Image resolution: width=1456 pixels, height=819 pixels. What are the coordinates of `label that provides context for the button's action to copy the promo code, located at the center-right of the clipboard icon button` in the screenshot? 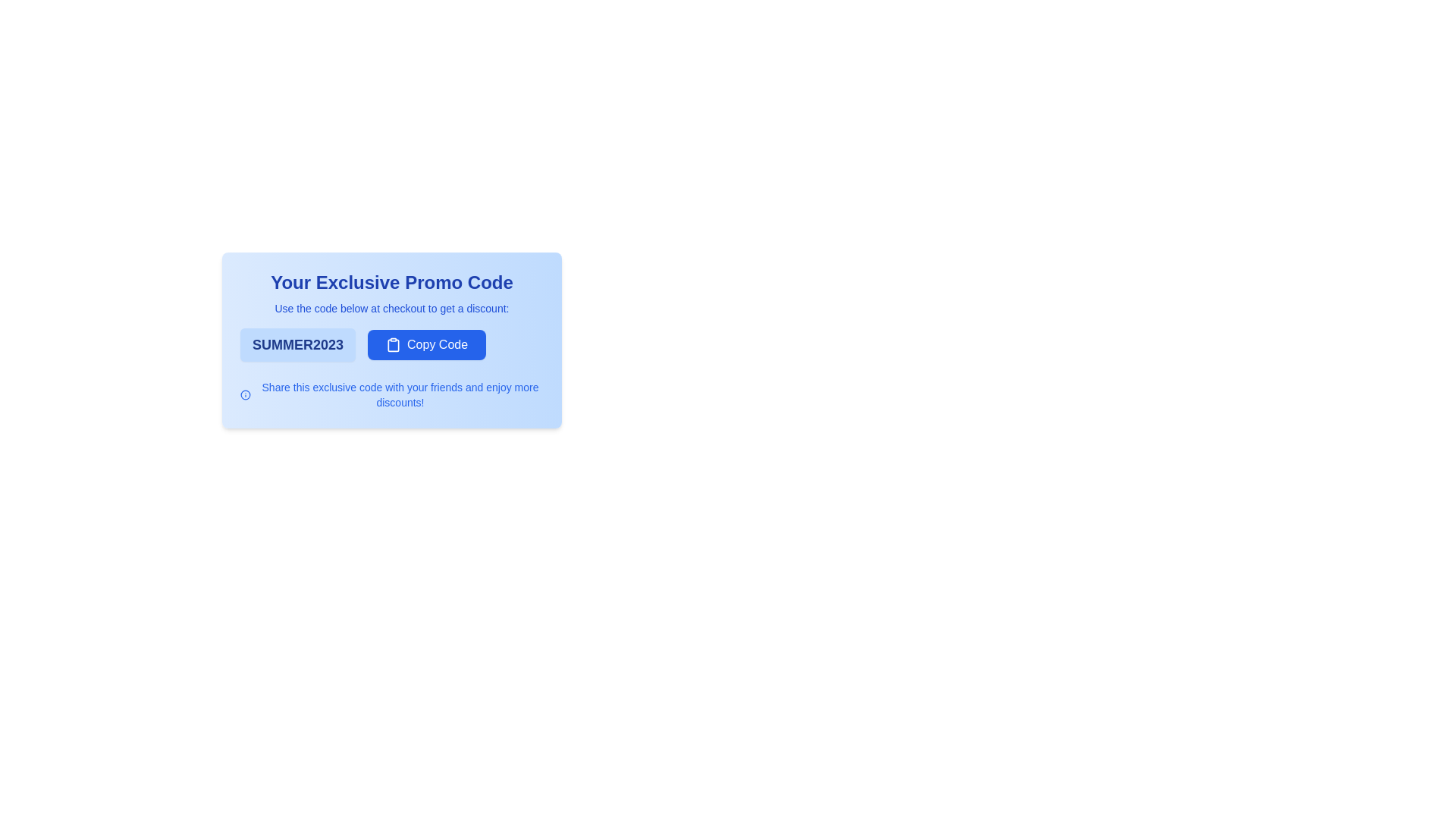 It's located at (437, 345).